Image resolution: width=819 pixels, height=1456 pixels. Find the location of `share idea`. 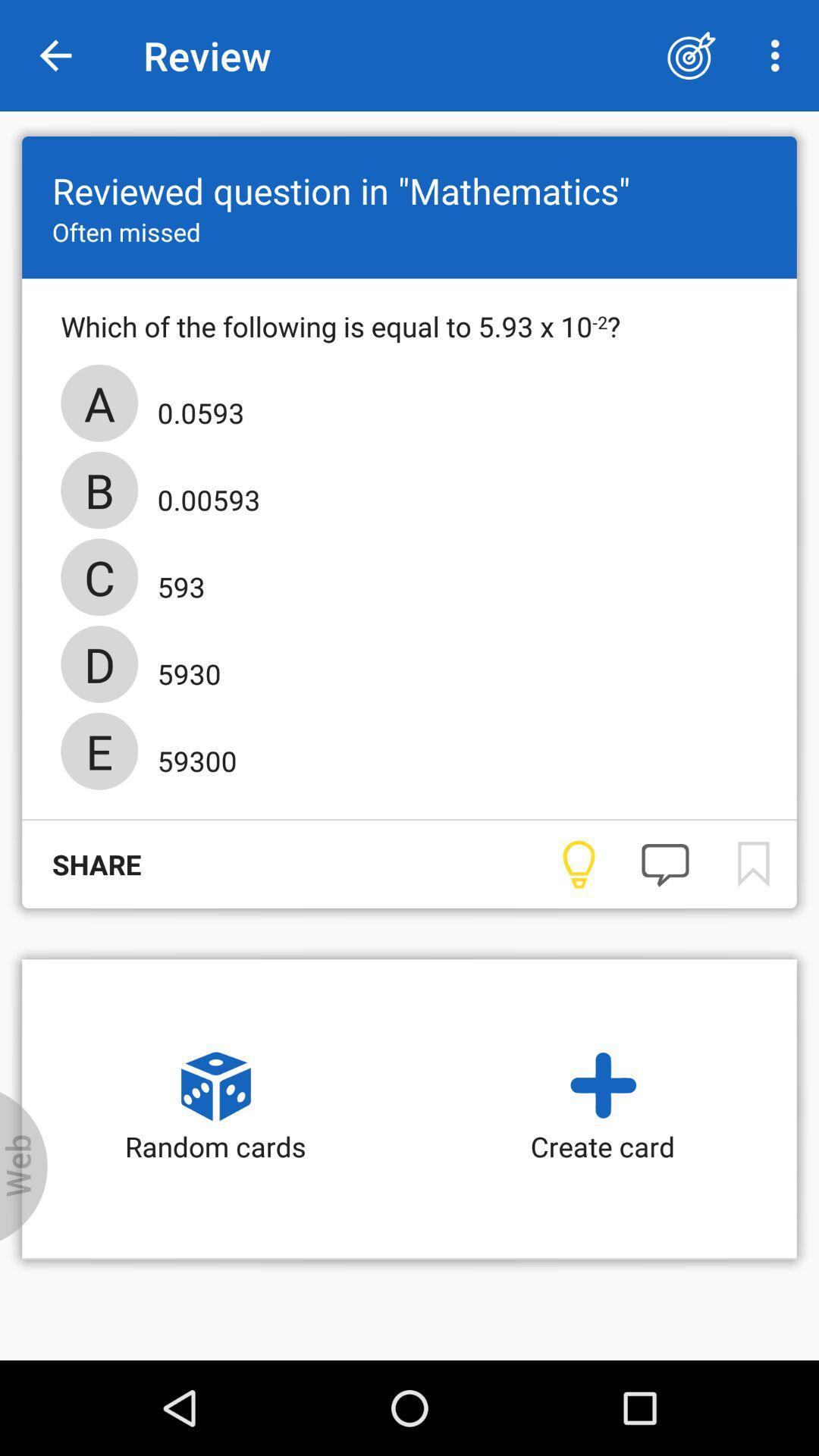

share idea is located at coordinates (578, 864).